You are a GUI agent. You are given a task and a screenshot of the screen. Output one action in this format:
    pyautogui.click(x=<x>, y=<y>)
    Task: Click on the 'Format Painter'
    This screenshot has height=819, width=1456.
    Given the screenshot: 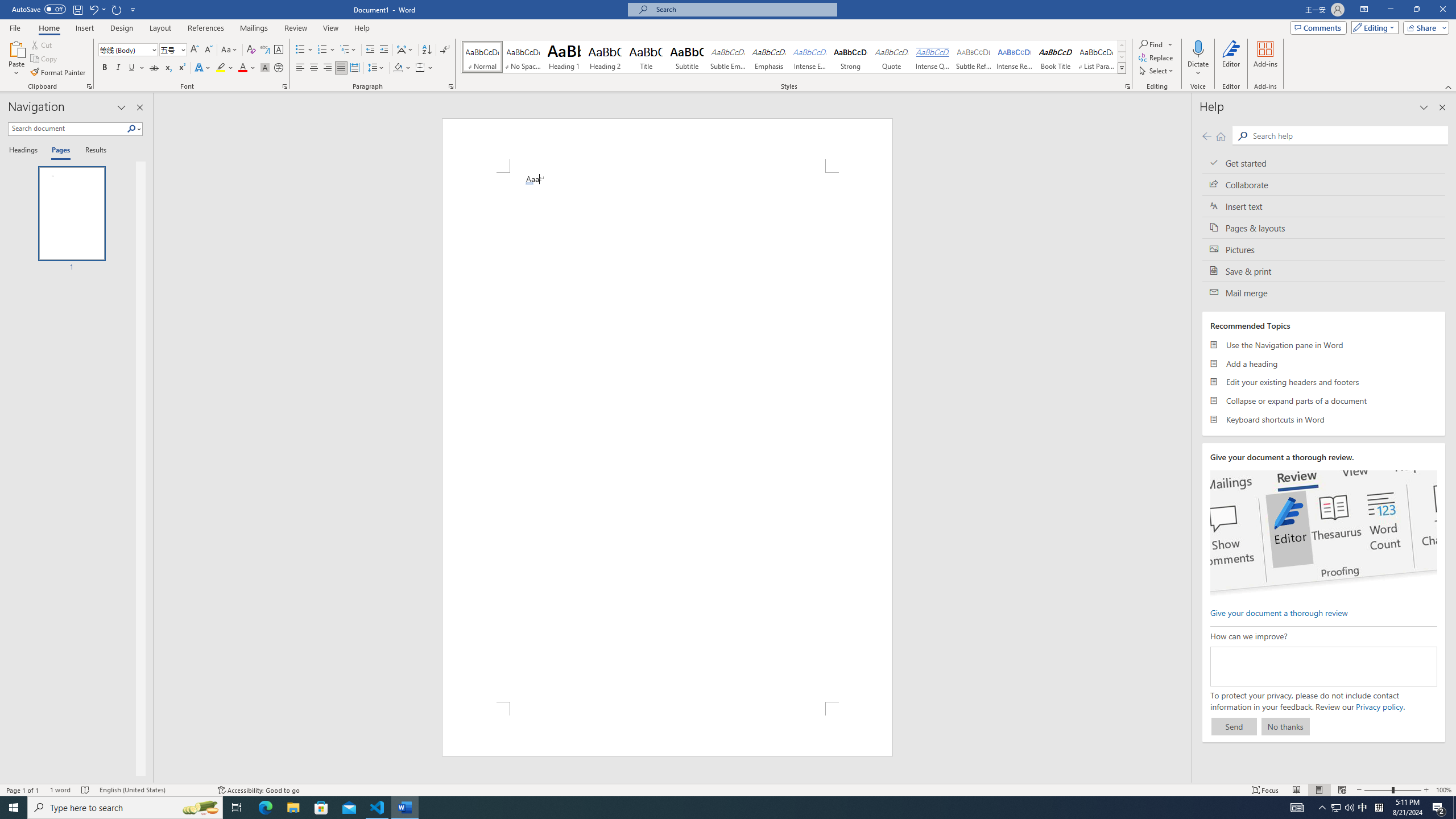 What is the action you would take?
    pyautogui.click(x=58, y=72)
    